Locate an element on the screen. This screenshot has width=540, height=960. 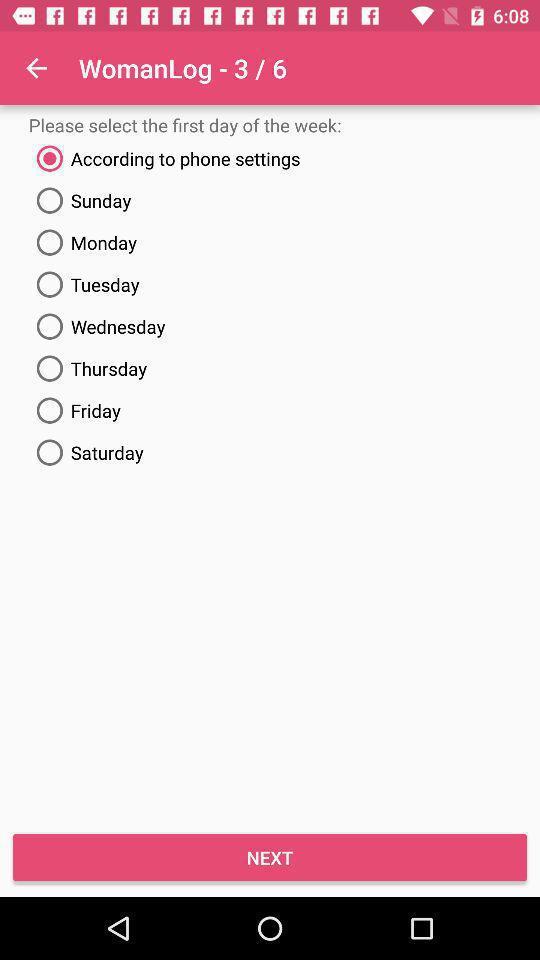
the icon below sunday is located at coordinates (270, 241).